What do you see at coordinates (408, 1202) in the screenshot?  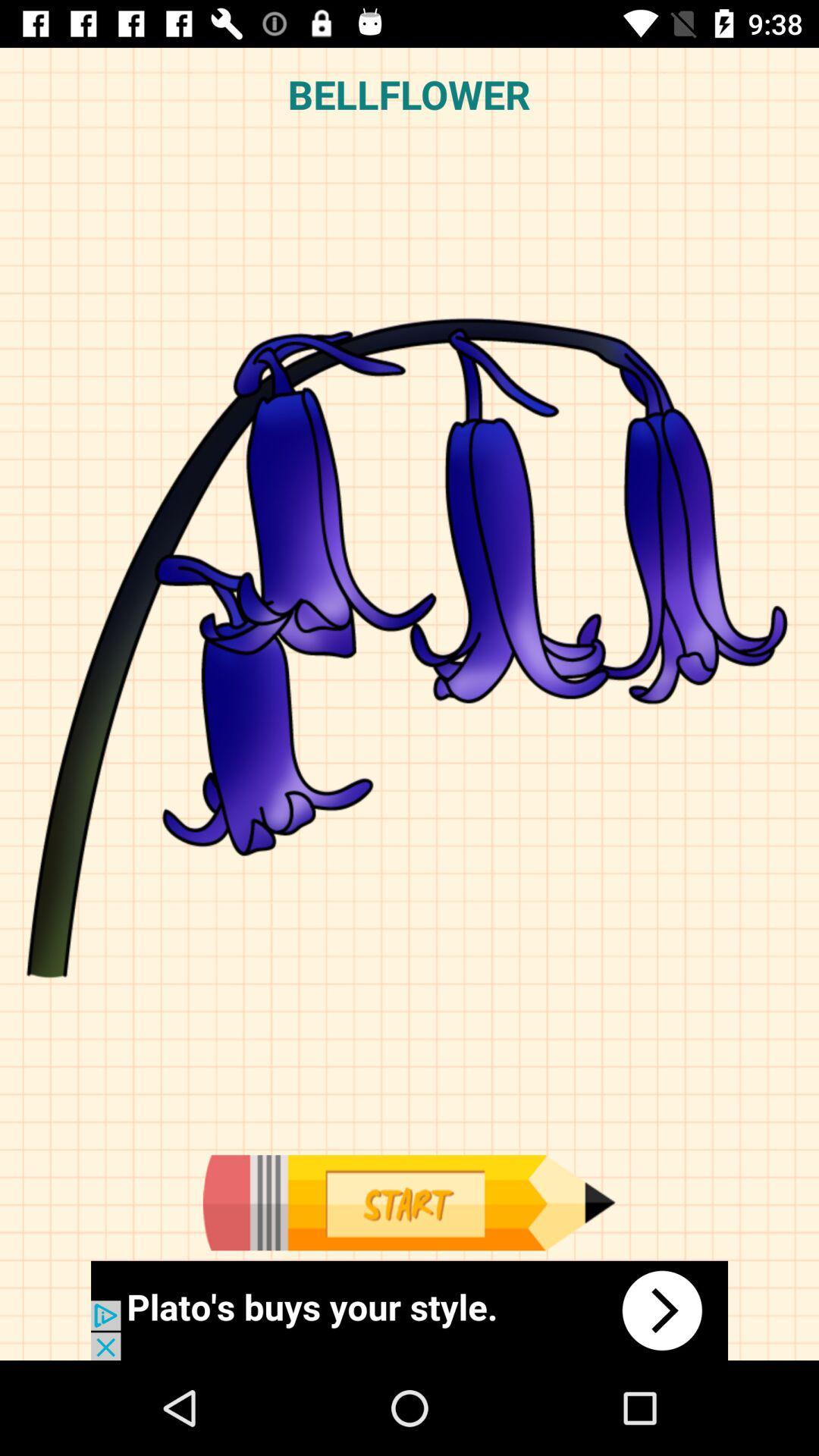 I see `start pencil icon button` at bounding box center [408, 1202].